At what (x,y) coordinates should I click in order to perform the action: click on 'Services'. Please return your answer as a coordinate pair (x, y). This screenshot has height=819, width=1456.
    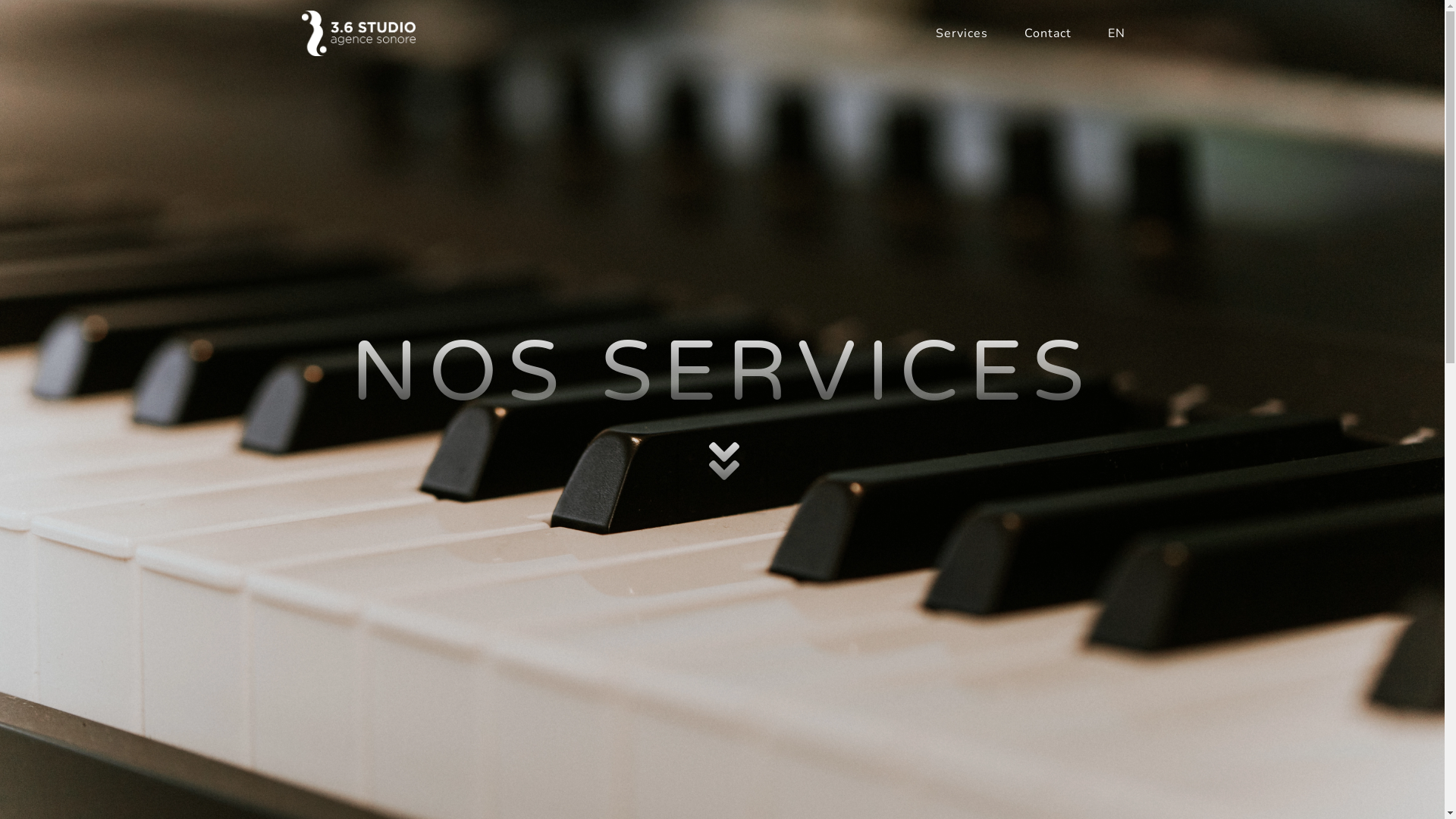
    Looking at the image, I should click on (916, 33).